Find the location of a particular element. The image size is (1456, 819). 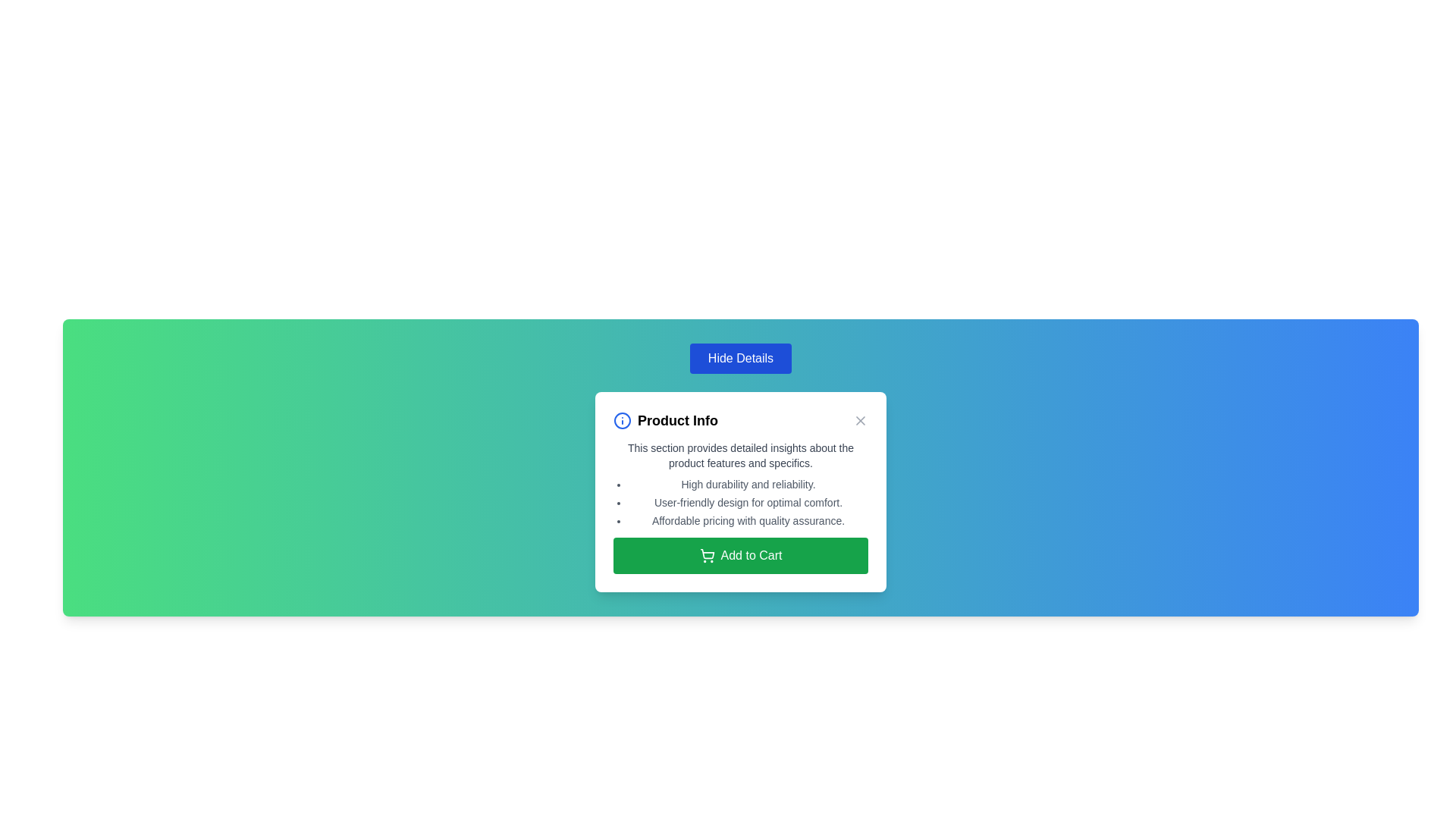

the button at the bottom of the 'Product Info' card is located at coordinates (741, 555).